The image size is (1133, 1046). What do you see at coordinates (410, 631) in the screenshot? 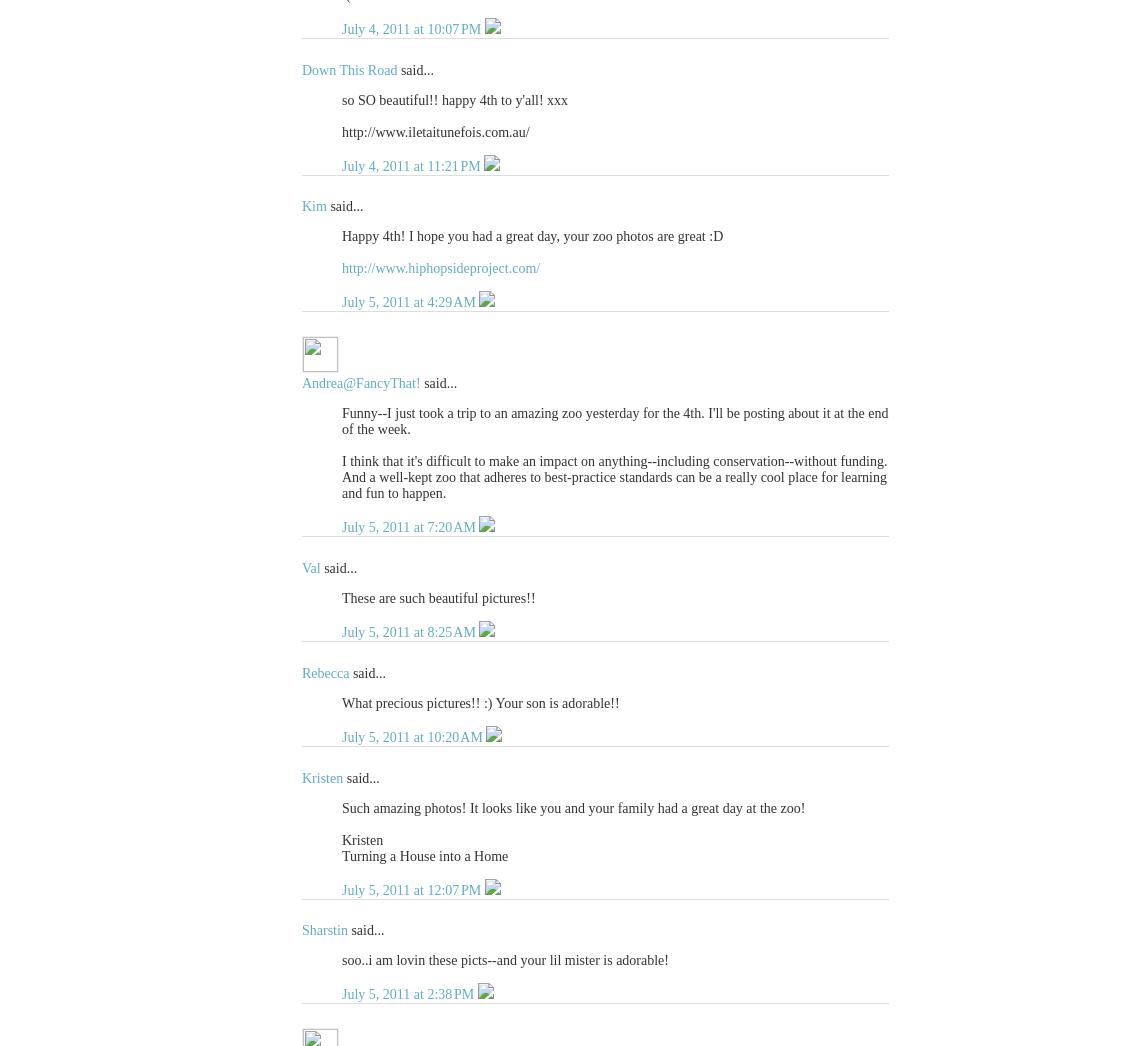
I see `'July 5, 2011 at 8:25 AM'` at bounding box center [410, 631].